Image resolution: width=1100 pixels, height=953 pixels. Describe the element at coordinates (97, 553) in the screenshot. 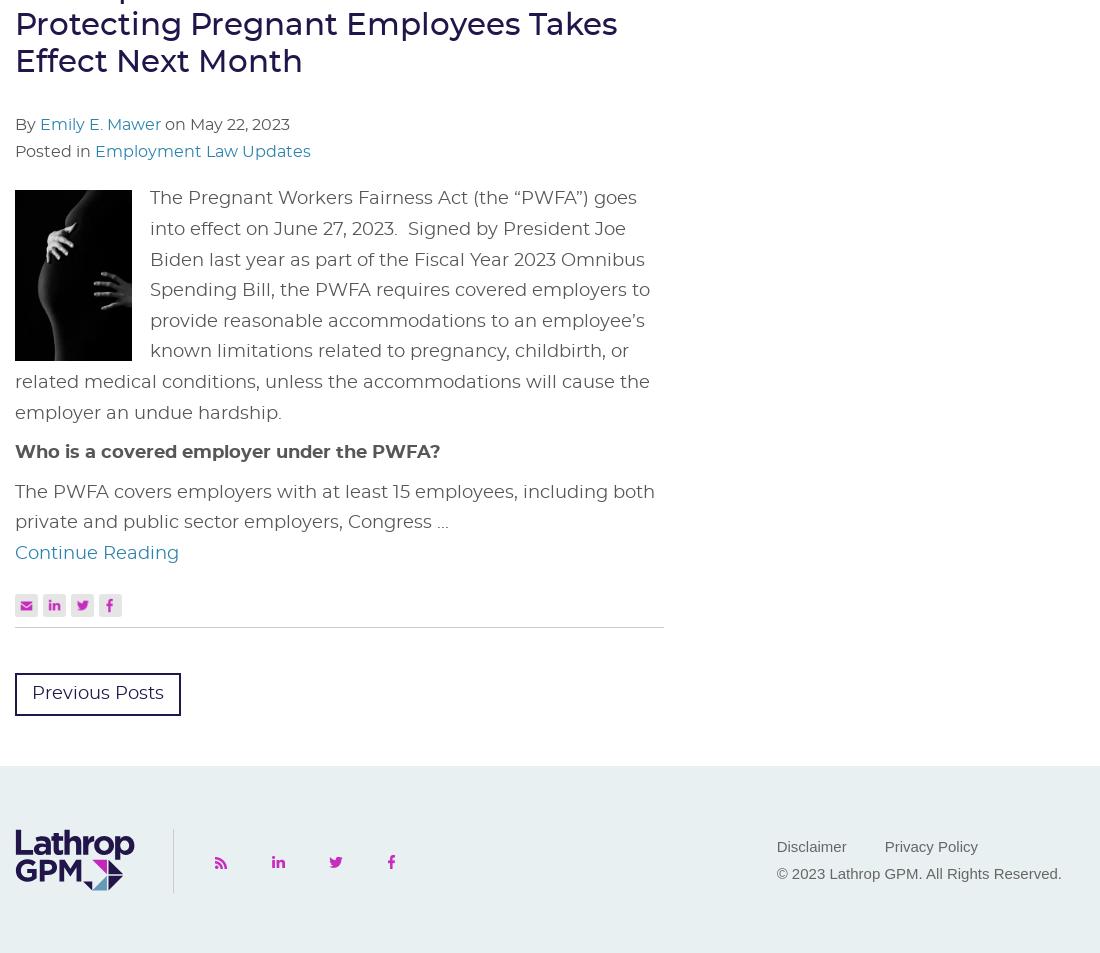

I see `'Continue Reading'` at that location.